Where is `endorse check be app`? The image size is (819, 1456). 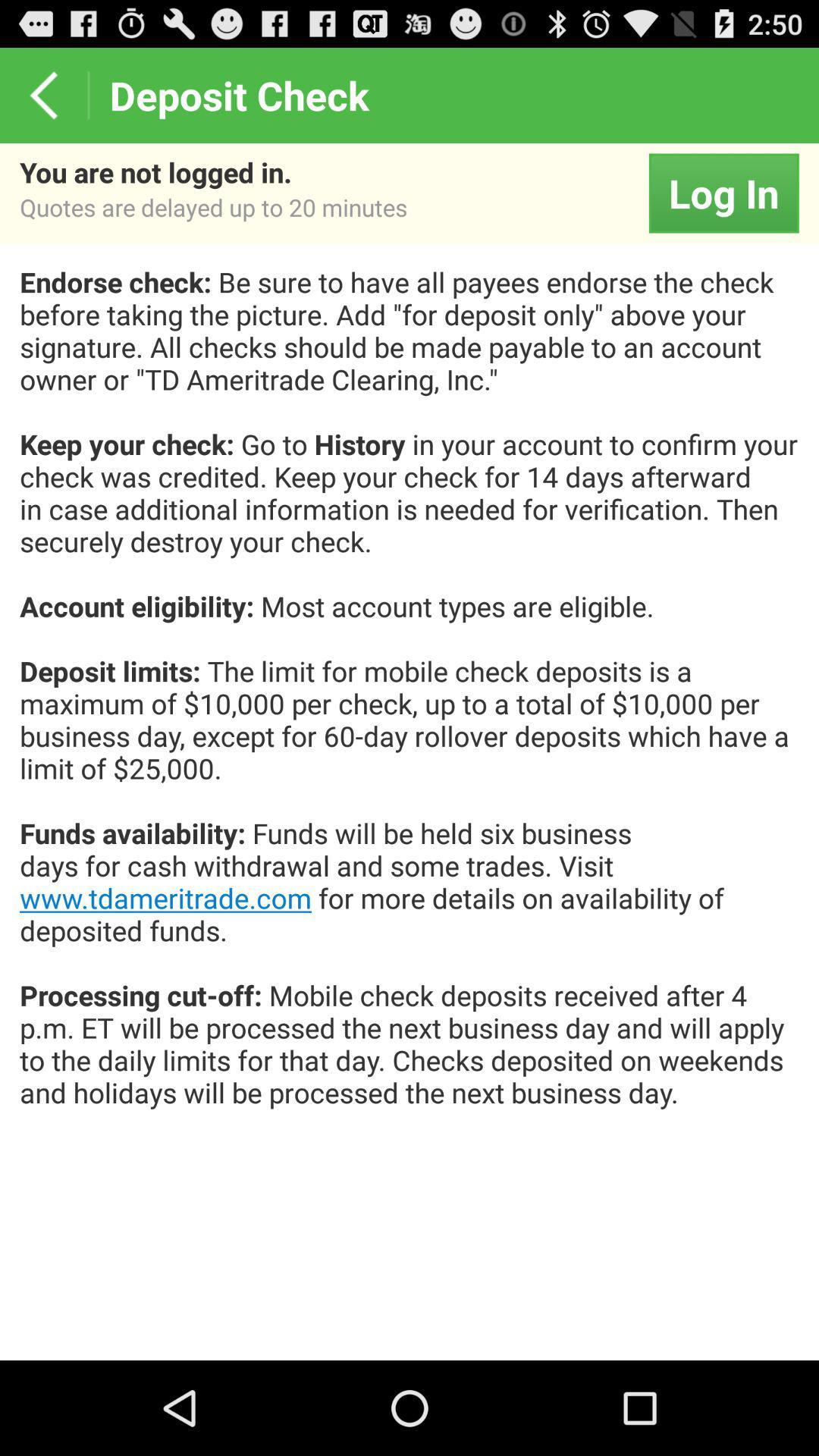 endorse check be app is located at coordinates (409, 702).